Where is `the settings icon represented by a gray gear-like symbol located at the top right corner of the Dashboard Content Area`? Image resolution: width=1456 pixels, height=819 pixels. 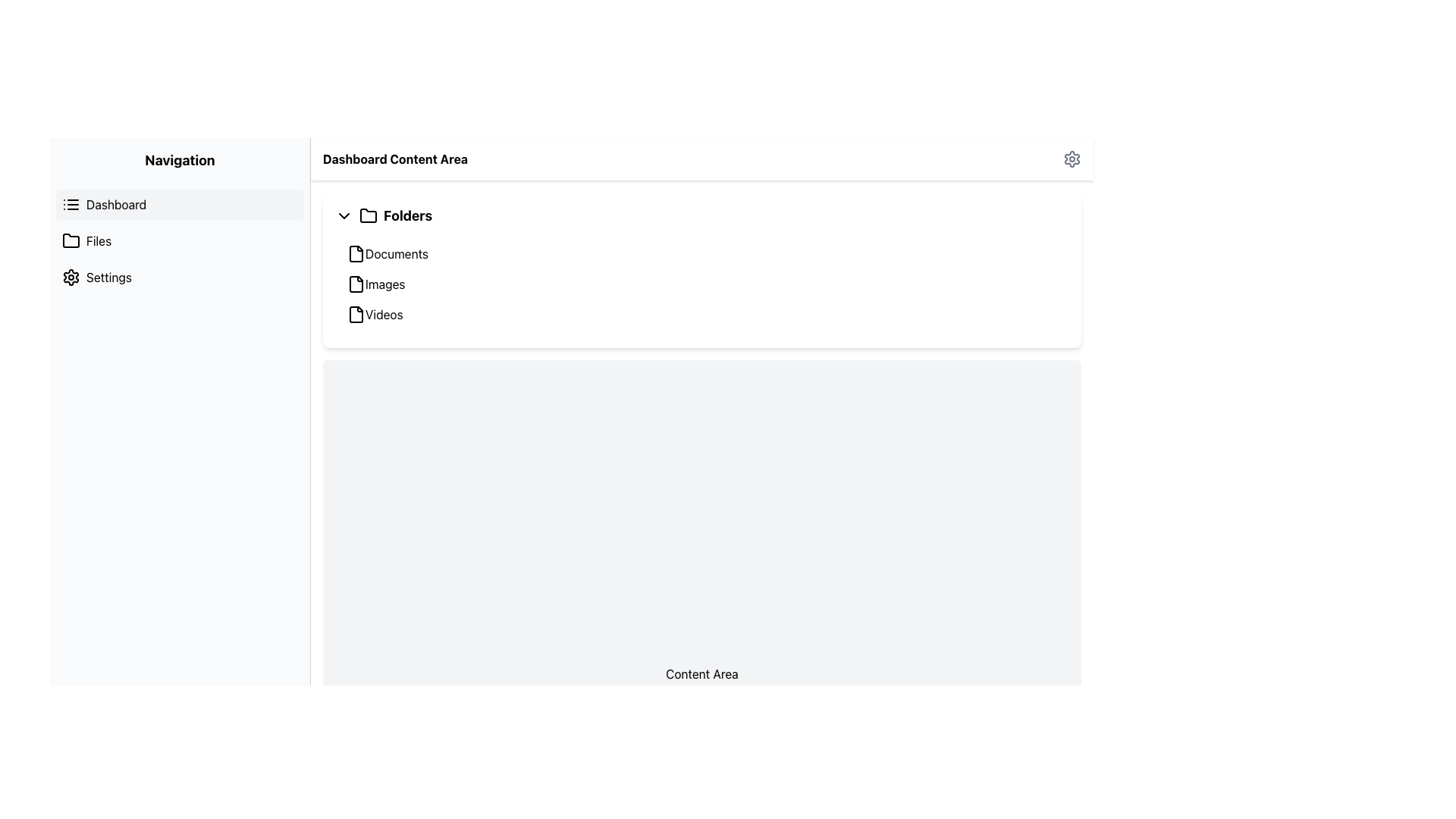
the settings icon represented by a gray gear-like symbol located at the top right corner of the Dashboard Content Area is located at coordinates (1072, 158).